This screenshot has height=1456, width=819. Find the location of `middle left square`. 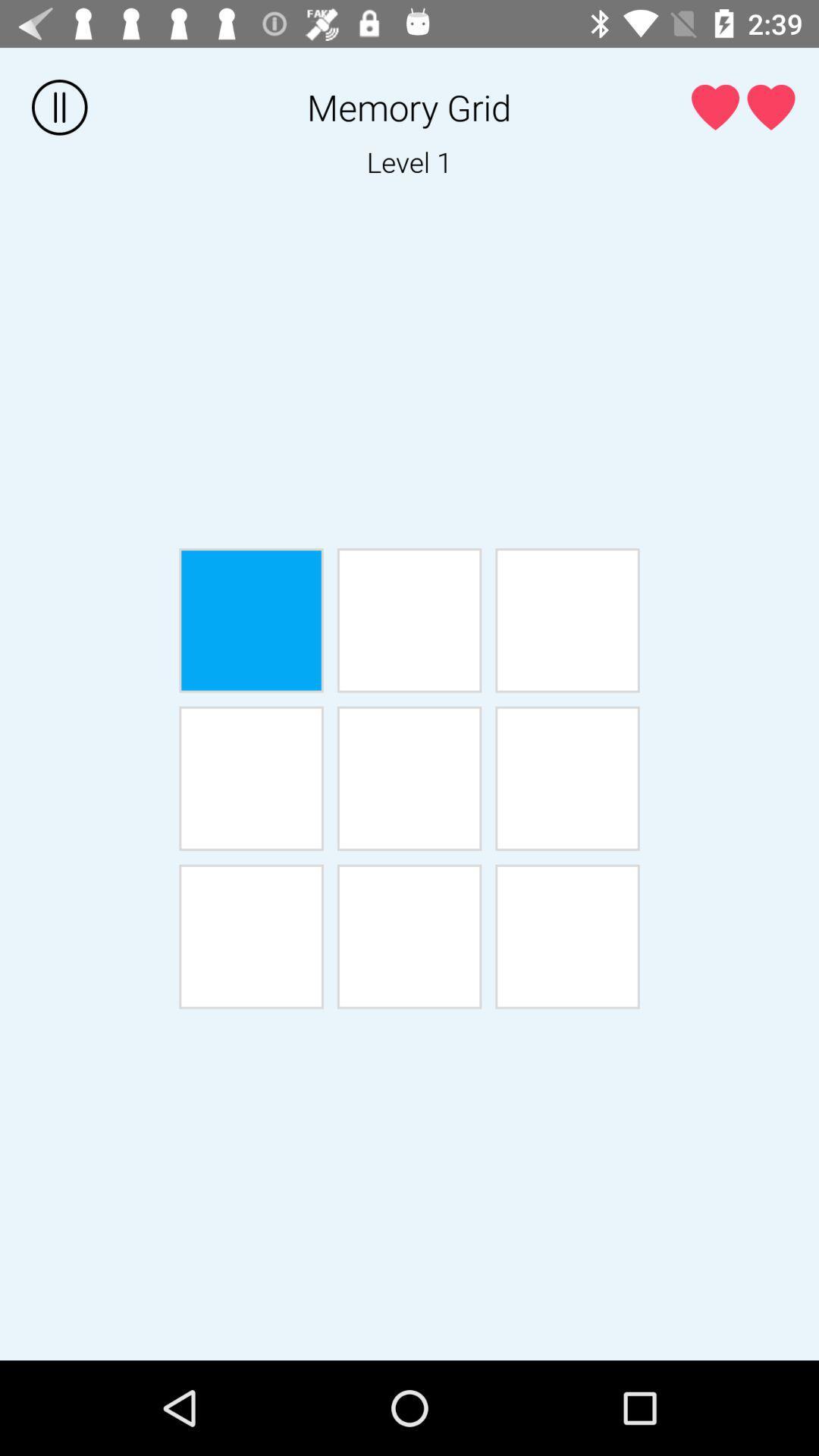

middle left square is located at coordinates (250, 778).